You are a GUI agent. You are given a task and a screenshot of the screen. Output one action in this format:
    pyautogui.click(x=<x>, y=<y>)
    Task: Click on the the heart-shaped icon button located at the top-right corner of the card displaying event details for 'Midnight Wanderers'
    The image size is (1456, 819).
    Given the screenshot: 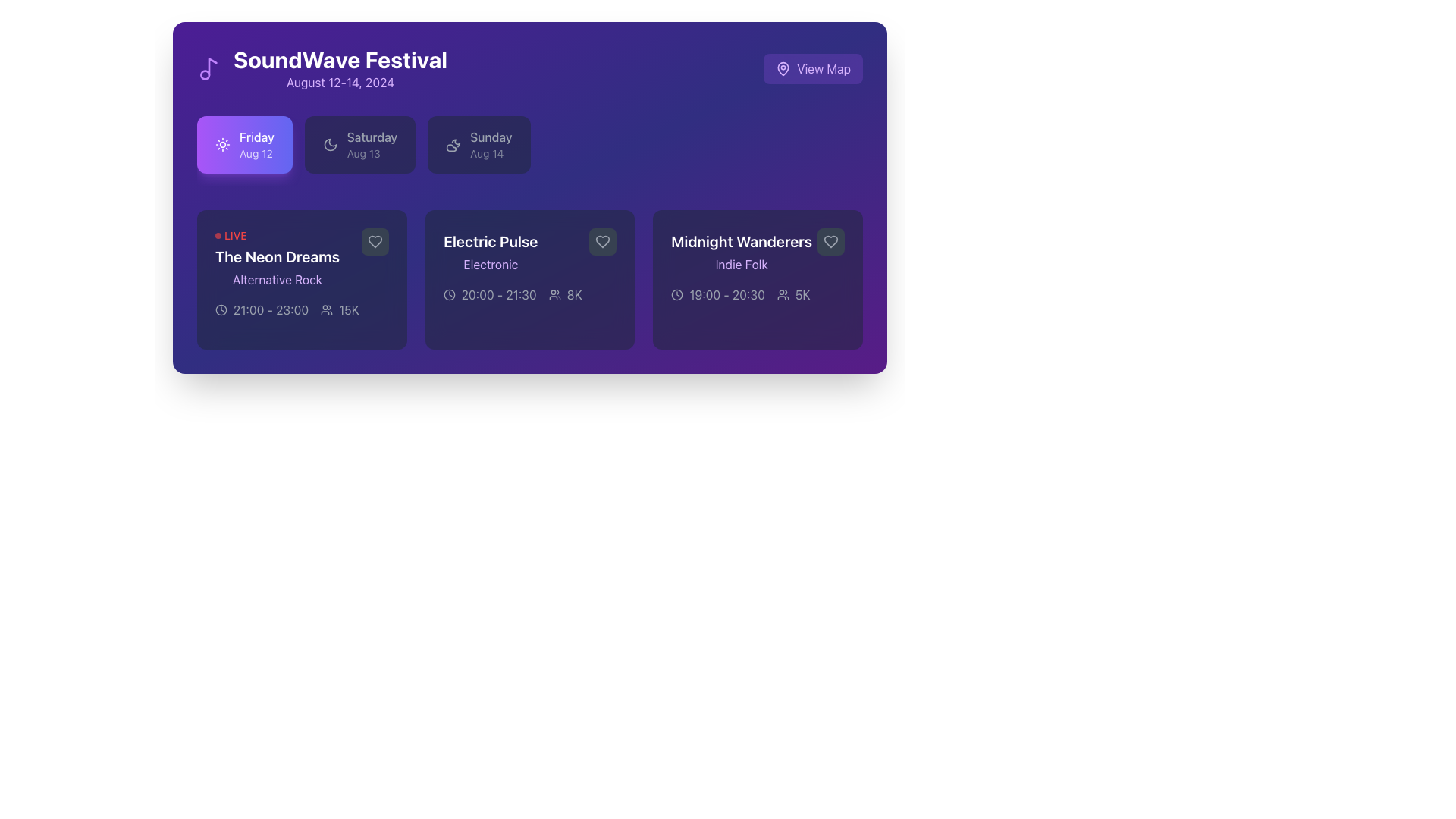 What is the action you would take?
    pyautogui.click(x=830, y=241)
    